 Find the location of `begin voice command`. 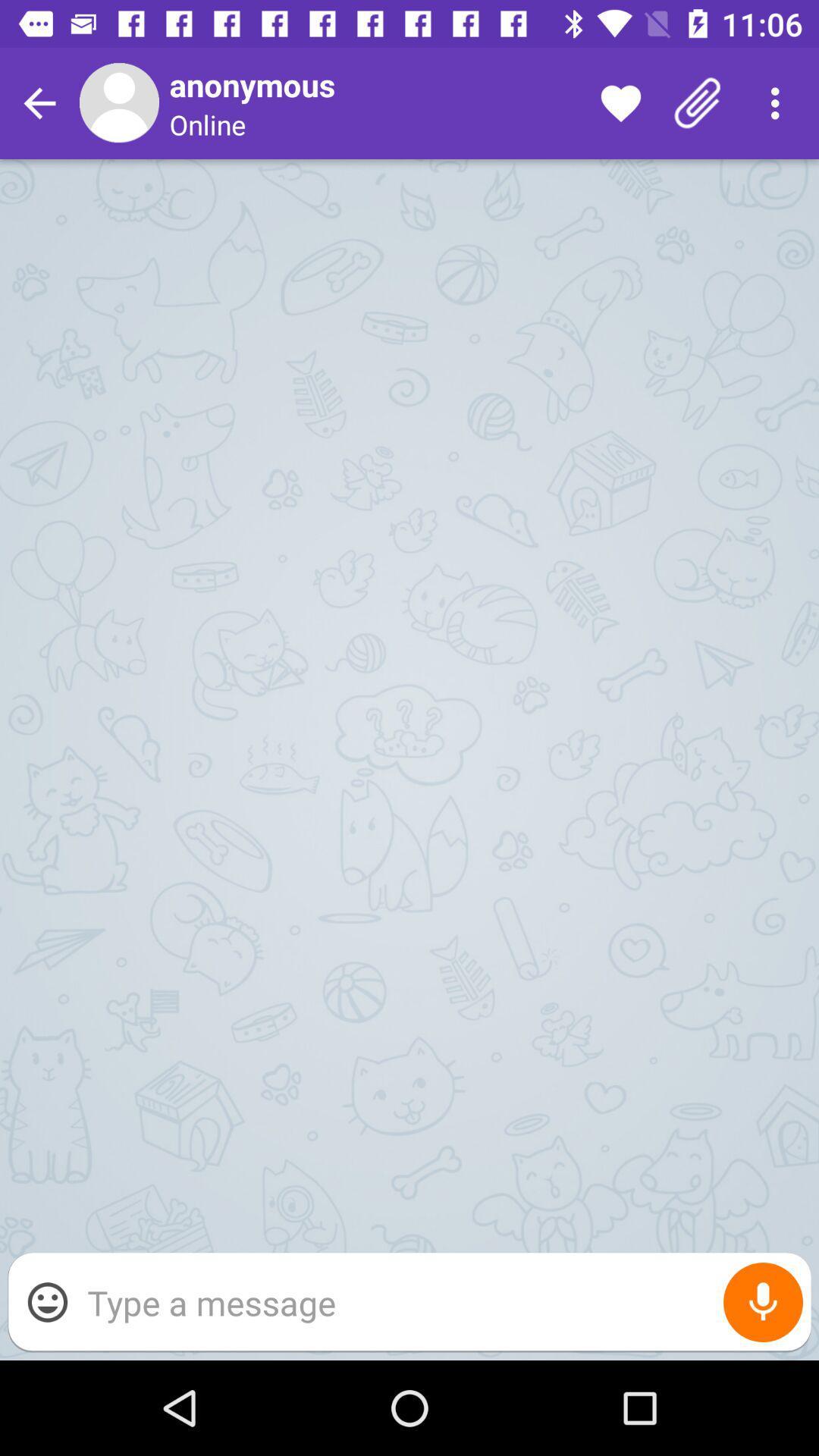

begin voice command is located at coordinates (763, 1301).